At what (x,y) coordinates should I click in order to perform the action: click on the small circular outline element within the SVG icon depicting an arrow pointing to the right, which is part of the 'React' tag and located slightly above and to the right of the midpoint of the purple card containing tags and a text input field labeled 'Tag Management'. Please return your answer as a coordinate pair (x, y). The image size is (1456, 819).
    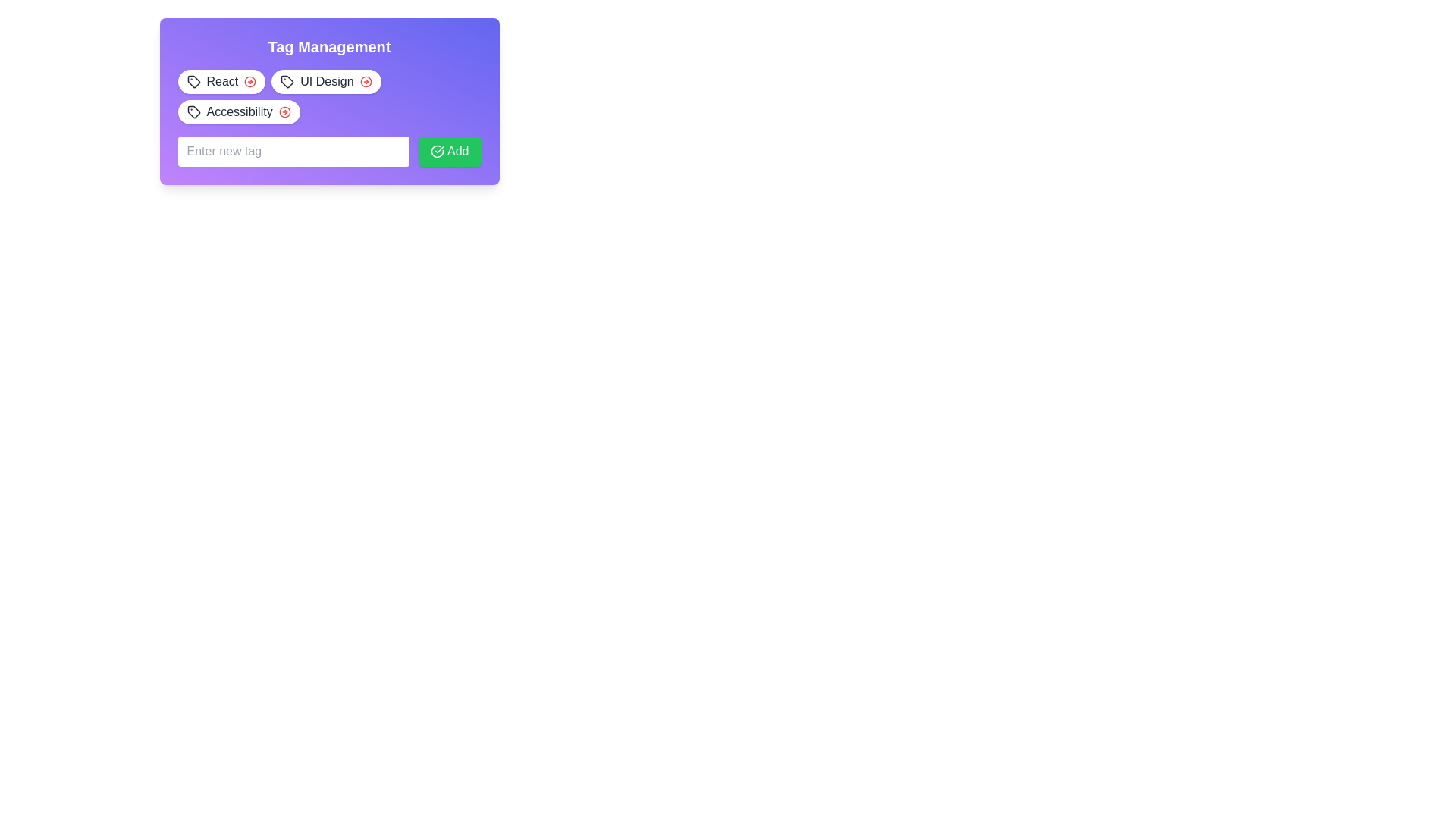
    Looking at the image, I should click on (250, 82).